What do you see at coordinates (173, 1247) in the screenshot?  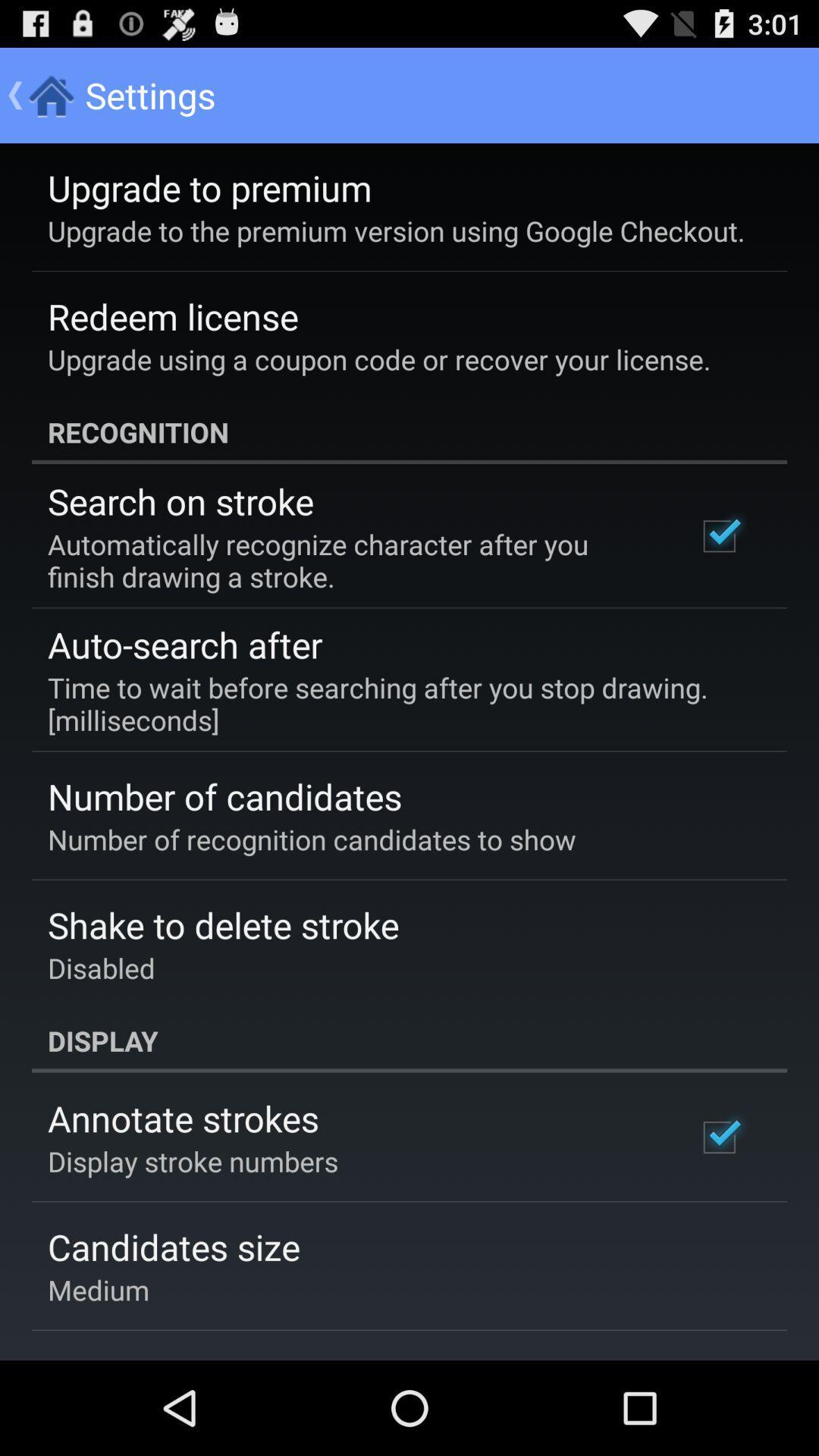 I see `the candidates size item` at bounding box center [173, 1247].